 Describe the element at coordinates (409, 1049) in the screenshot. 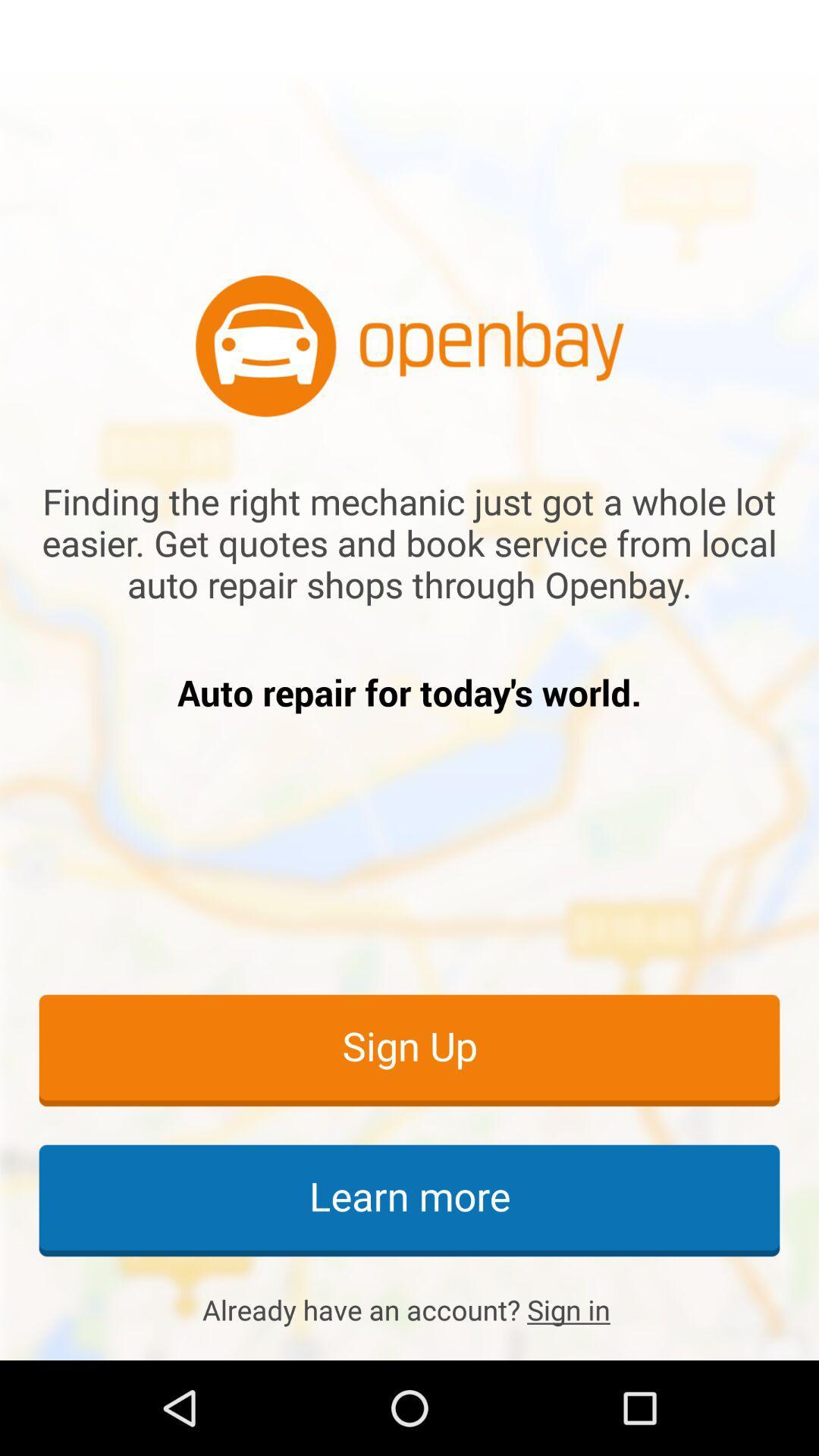

I see `item below auto repair for item` at that location.